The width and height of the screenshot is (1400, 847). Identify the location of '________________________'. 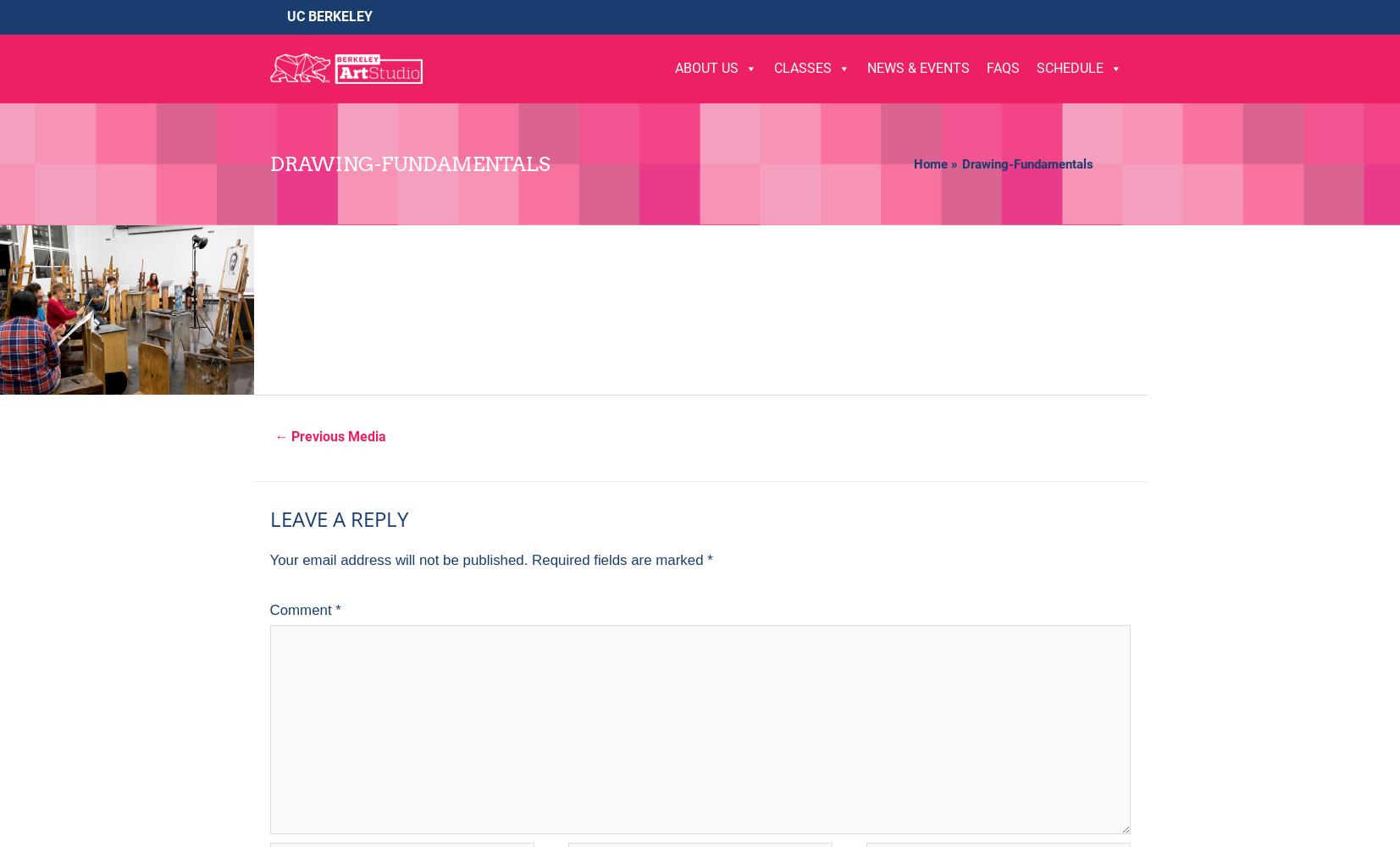
(844, 333).